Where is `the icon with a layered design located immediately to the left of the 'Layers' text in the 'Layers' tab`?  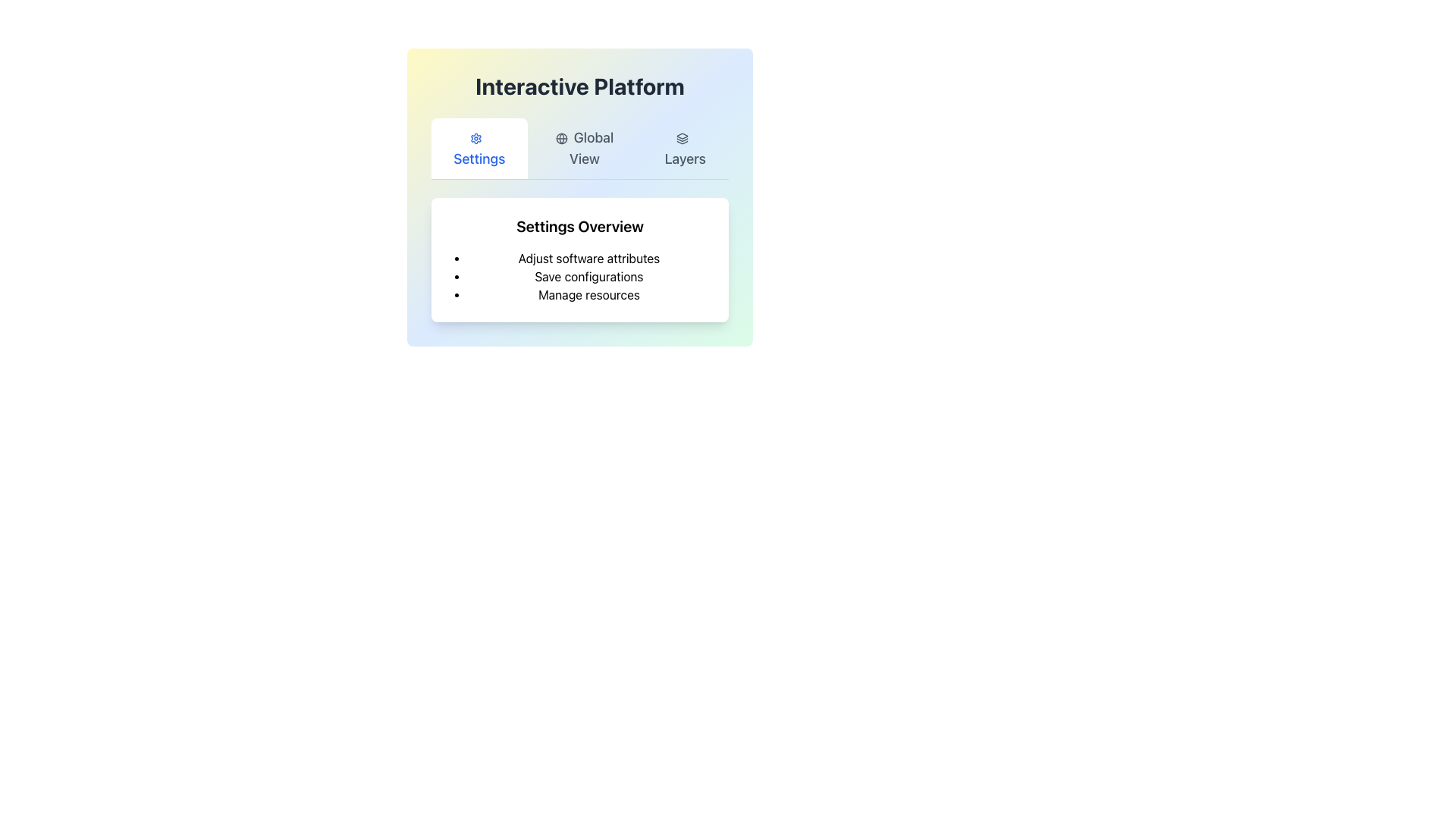
the icon with a layered design located immediately to the left of the 'Layers' text in the 'Layers' tab is located at coordinates (681, 139).